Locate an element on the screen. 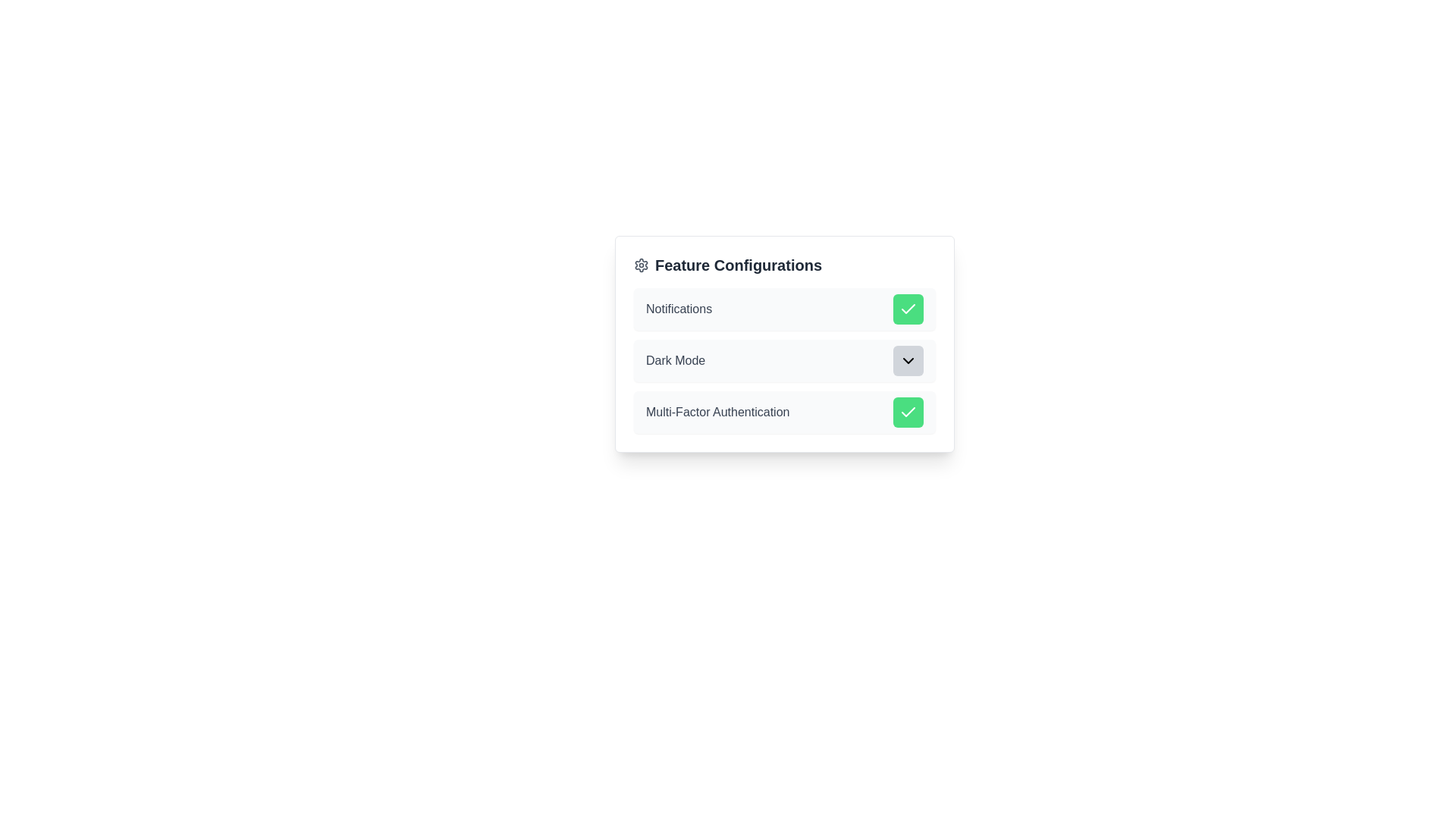 This screenshot has height=819, width=1456. the enabled status represented by the checkmark icon, which is a white checkmark on a green circular background located in the bottom-right section of the 'Multi-Factor Authentication' option row is located at coordinates (908, 412).